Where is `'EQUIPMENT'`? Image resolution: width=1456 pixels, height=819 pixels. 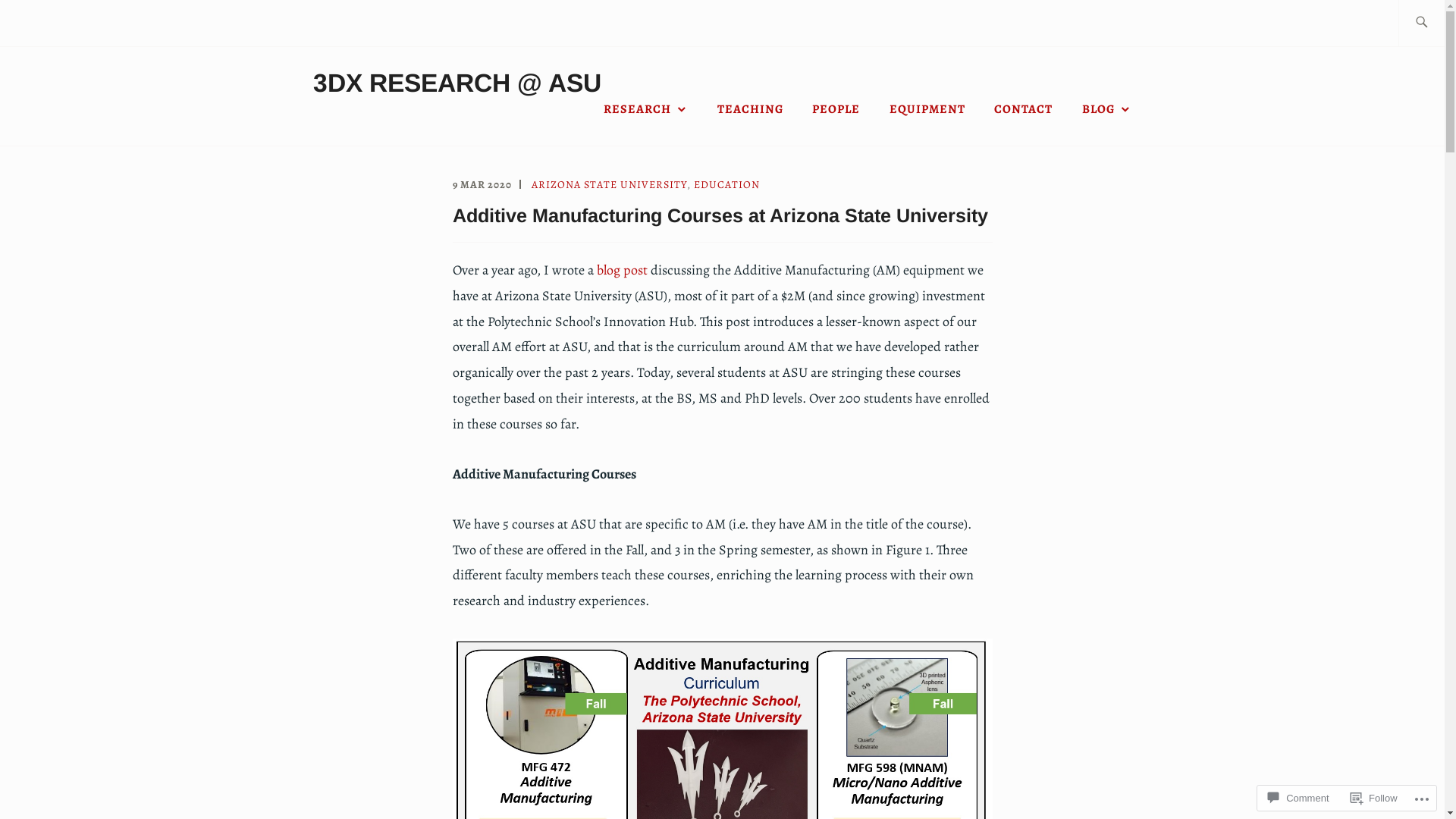
'EQUIPMENT' is located at coordinates (927, 108).